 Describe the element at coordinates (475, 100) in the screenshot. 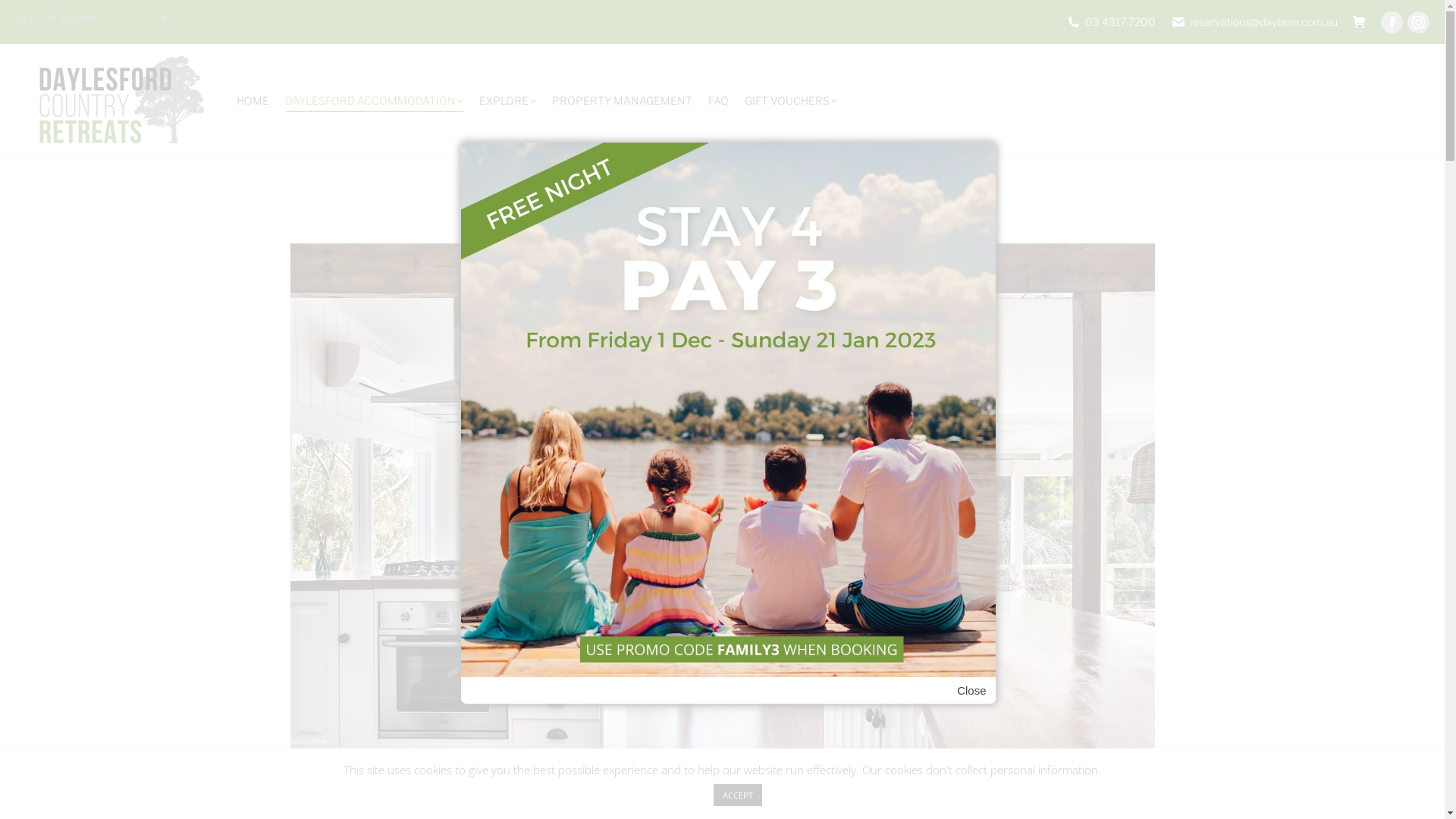

I see `'EXPLORE'` at that location.